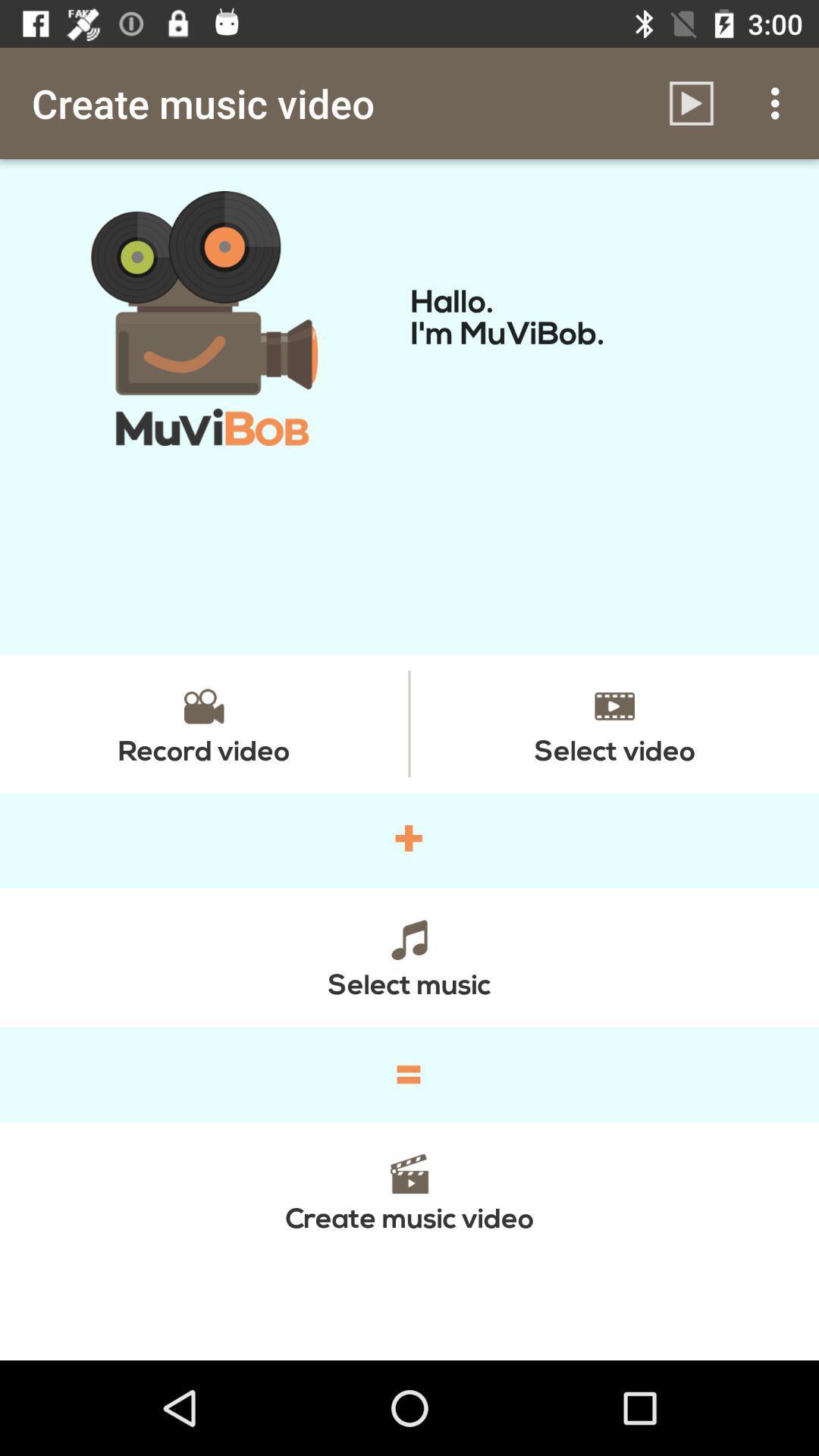  What do you see at coordinates (614, 723) in the screenshot?
I see `the item next to the record video item` at bounding box center [614, 723].